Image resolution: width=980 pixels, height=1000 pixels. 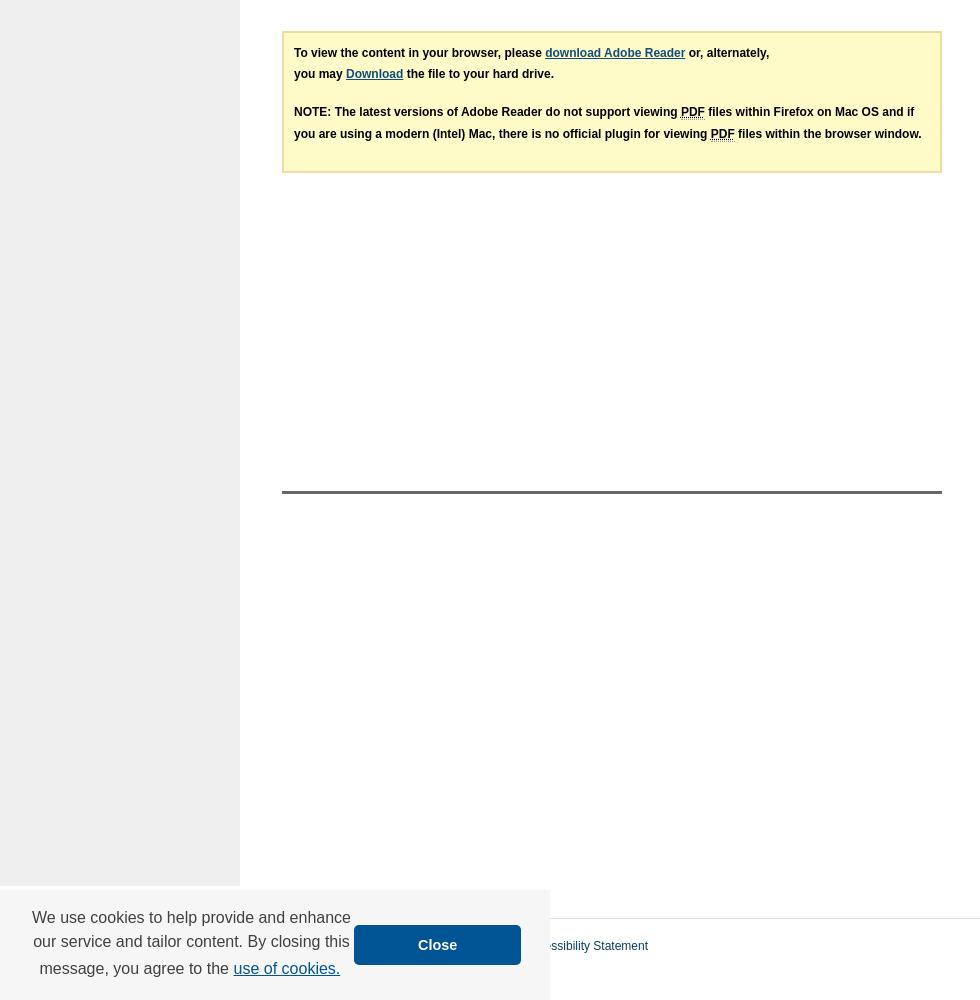 What do you see at coordinates (272, 969) in the screenshot?
I see `'Privacy'` at bounding box center [272, 969].